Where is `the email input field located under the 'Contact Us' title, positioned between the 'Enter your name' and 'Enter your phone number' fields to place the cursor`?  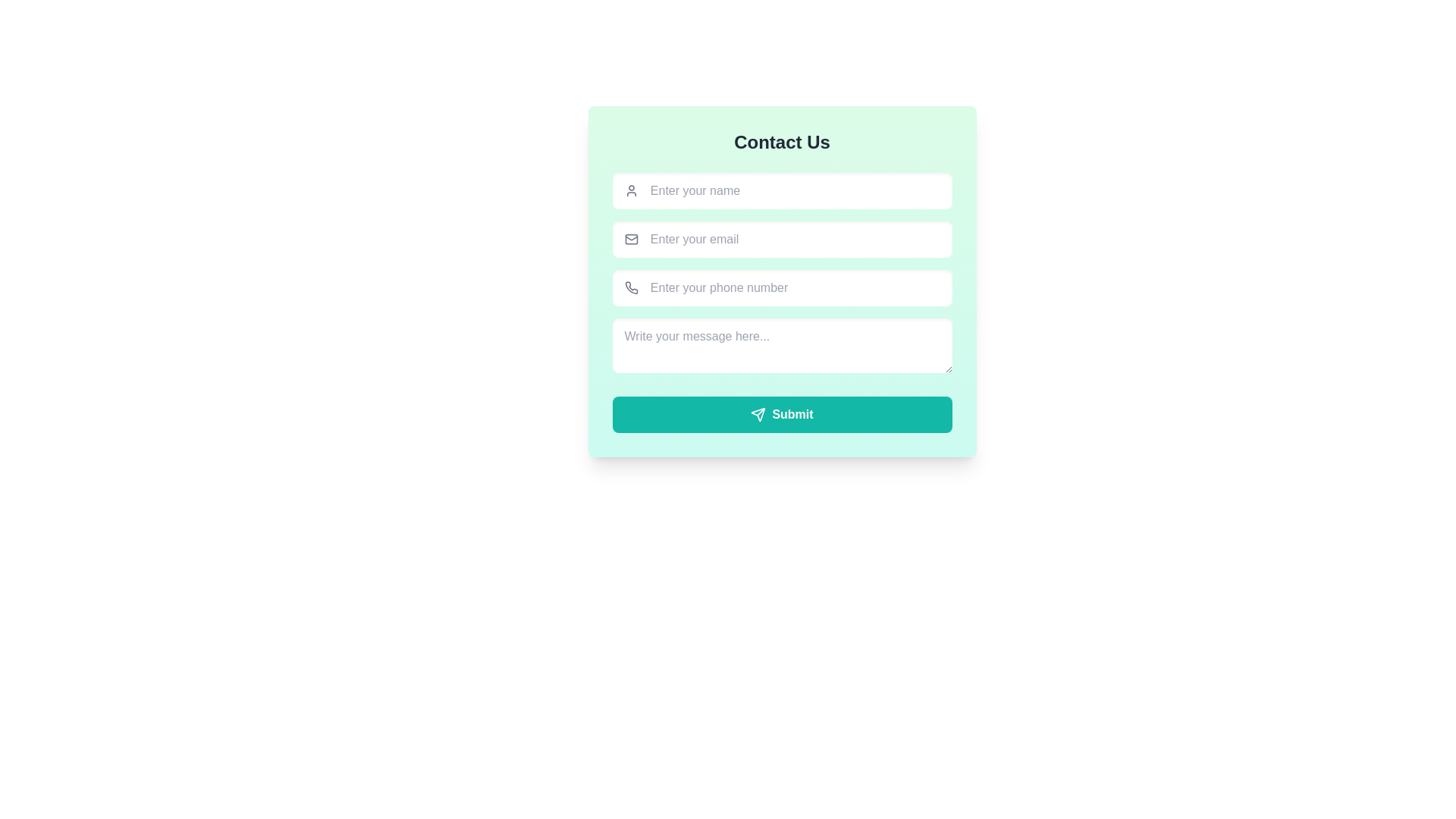 the email input field located under the 'Contact Us' title, positioned between the 'Enter your name' and 'Enter your phone number' fields to place the cursor is located at coordinates (794, 239).